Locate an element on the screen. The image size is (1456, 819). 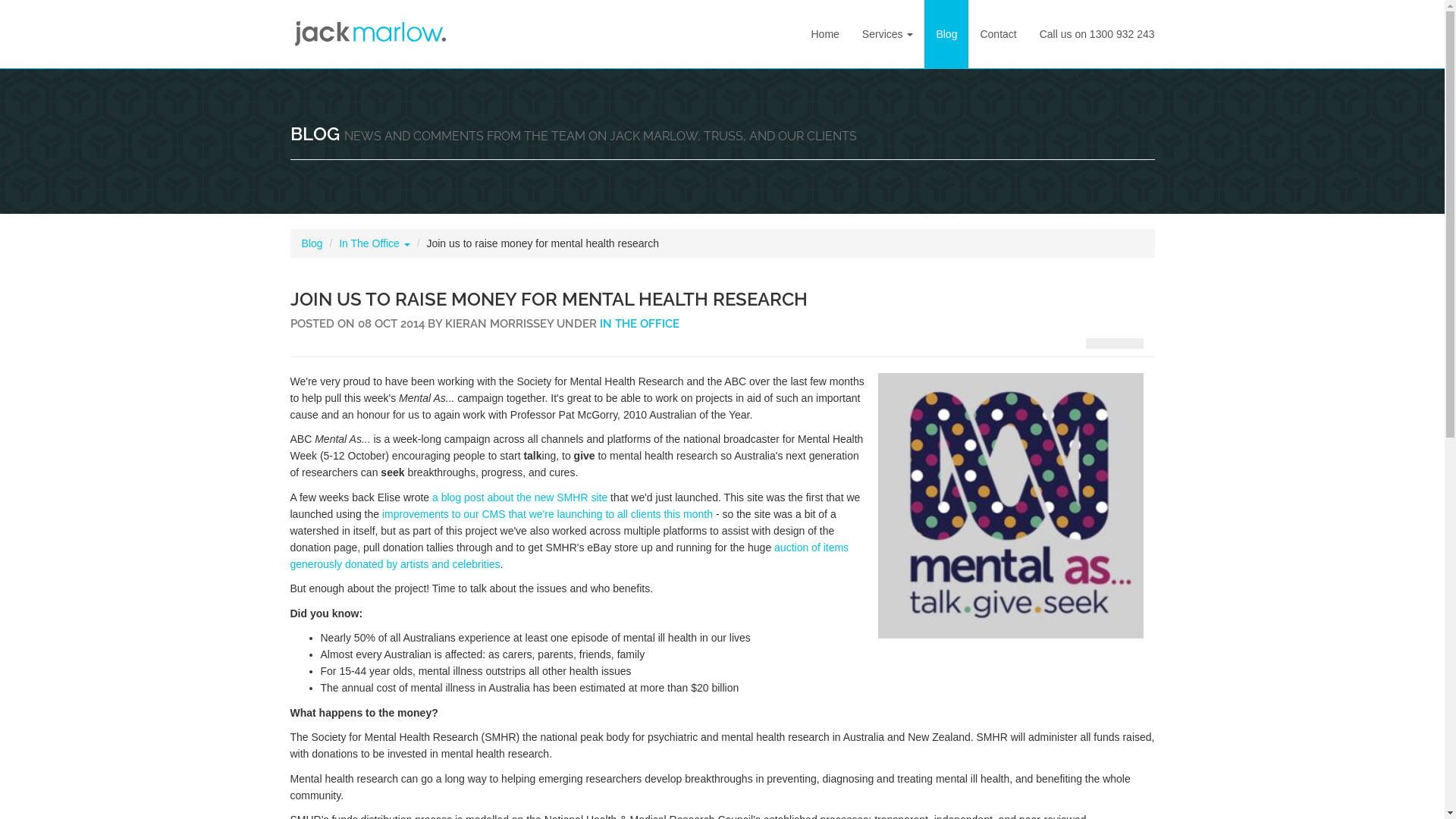
'Share on Google+' is located at coordinates (1113, 343).